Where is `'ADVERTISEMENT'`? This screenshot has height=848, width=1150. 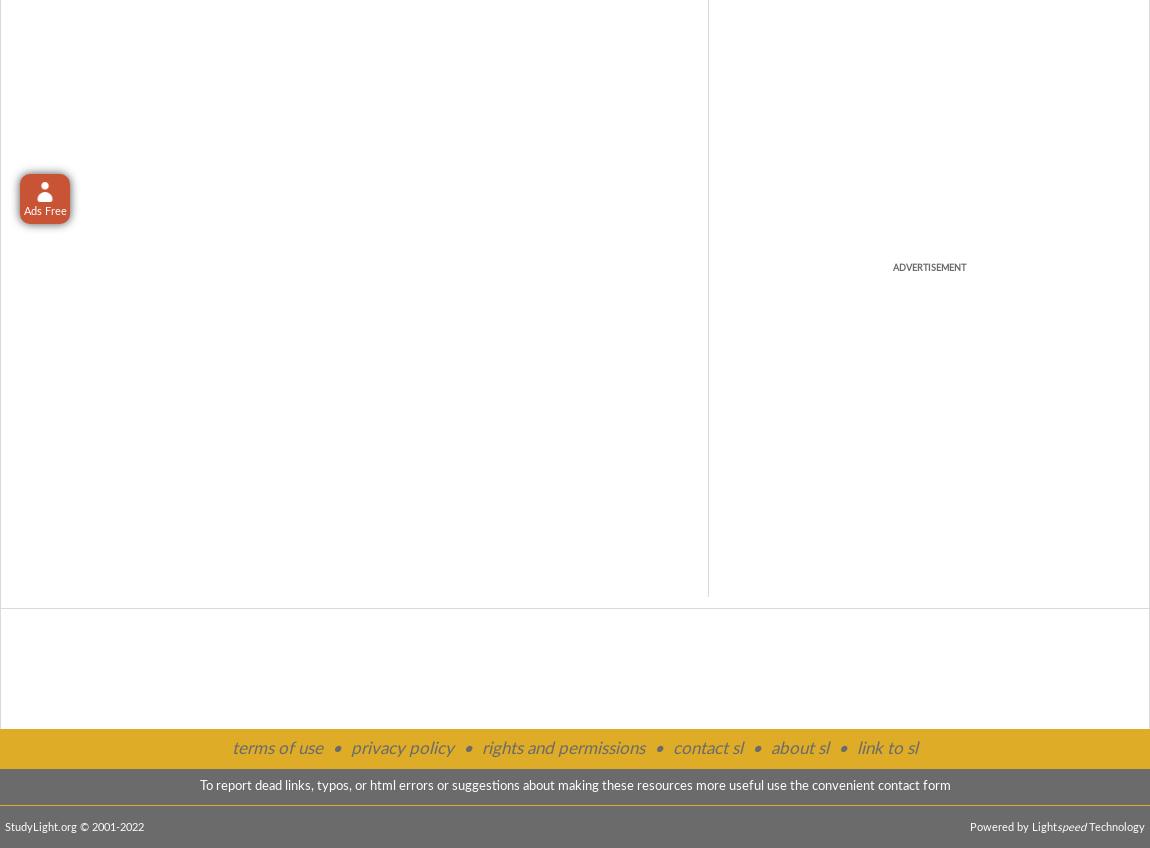
'ADVERTISEMENT' is located at coordinates (892, 268).